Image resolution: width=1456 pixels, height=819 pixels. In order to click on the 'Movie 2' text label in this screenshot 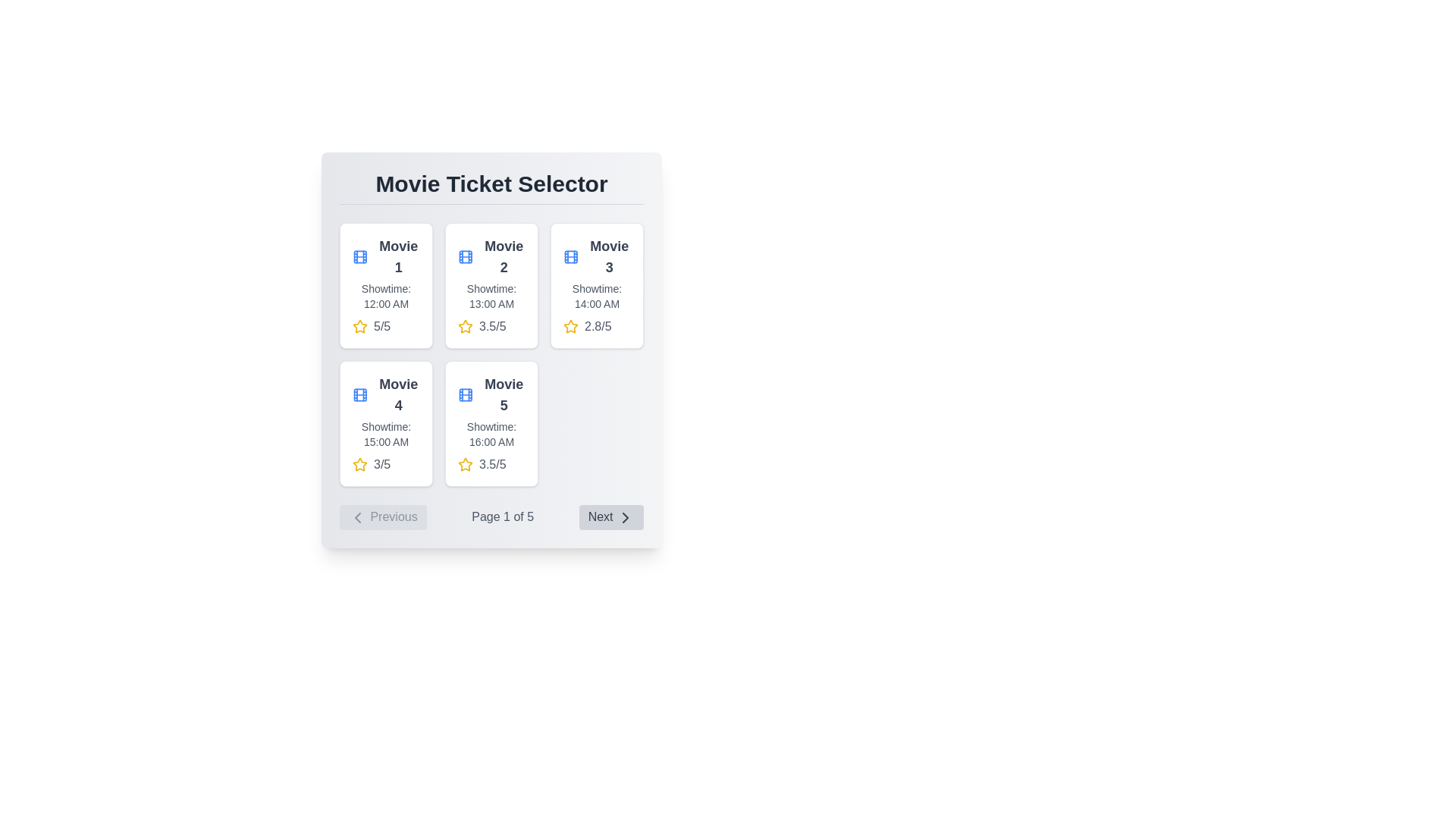, I will do `click(491, 256)`.